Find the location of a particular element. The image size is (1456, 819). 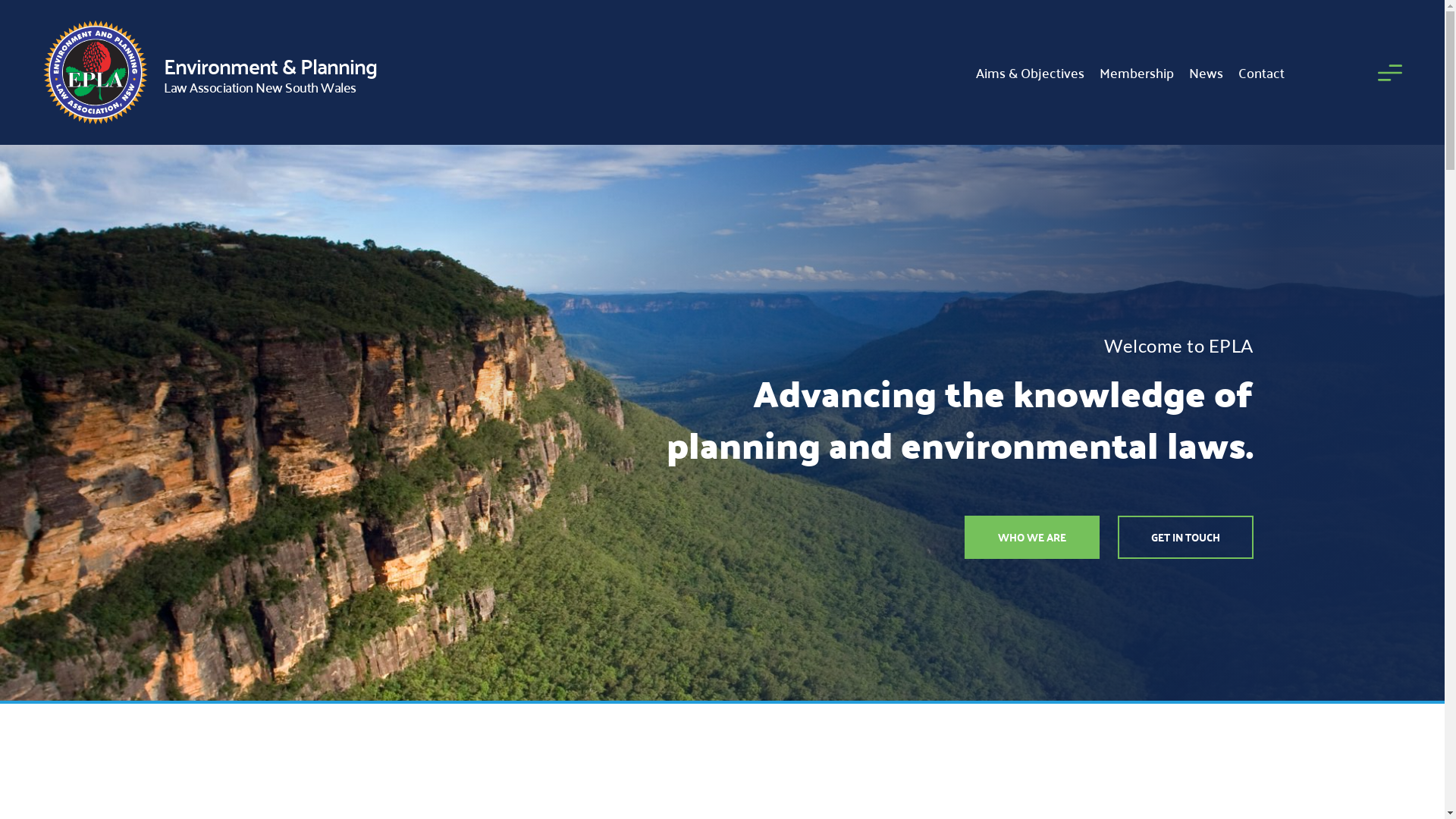

'Contact' is located at coordinates (1261, 73).